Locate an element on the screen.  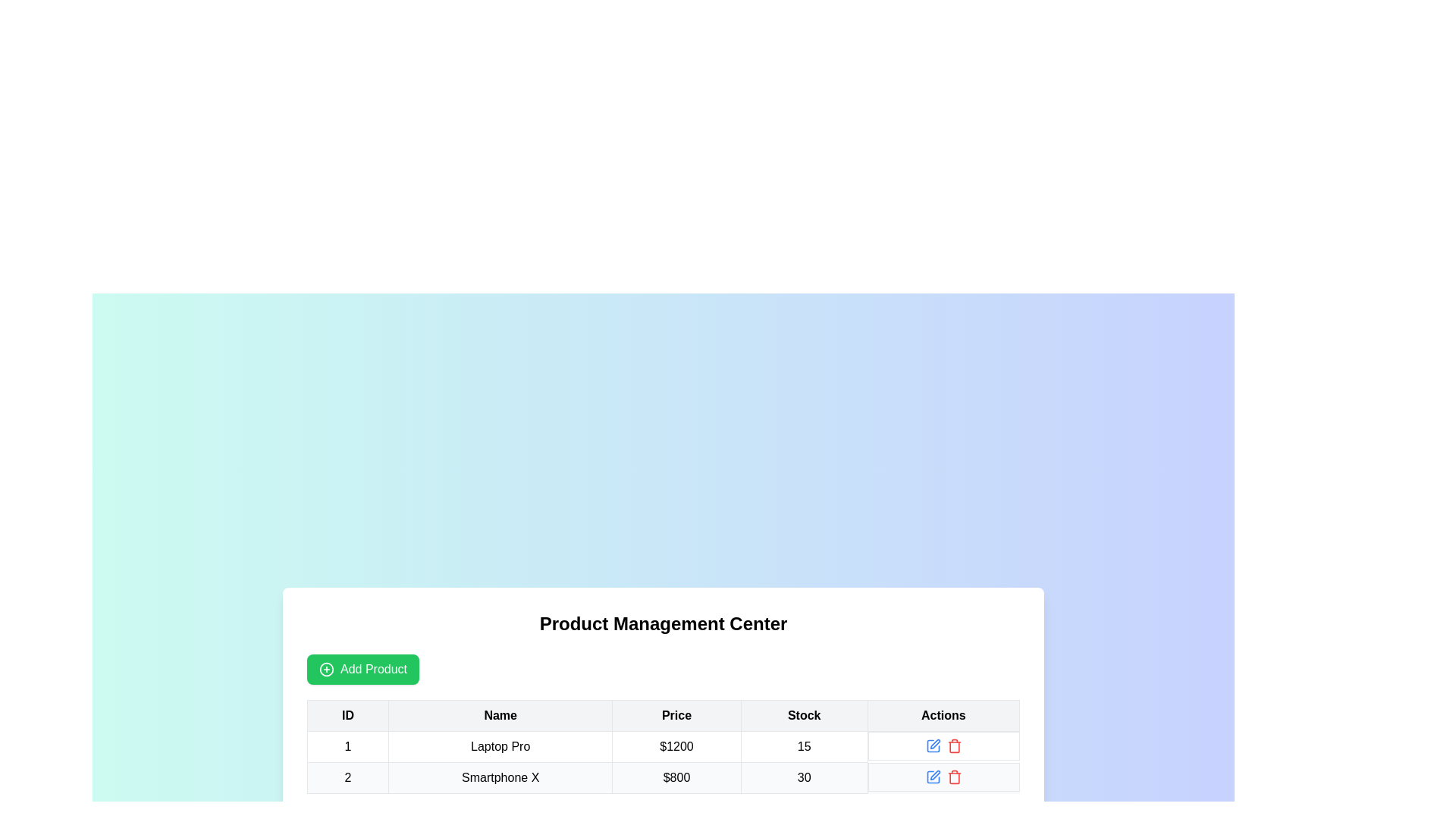
the fourth cell in the 'Stock' column displaying the current stock quantity for the product 'Laptop Pro' is located at coordinates (803, 745).